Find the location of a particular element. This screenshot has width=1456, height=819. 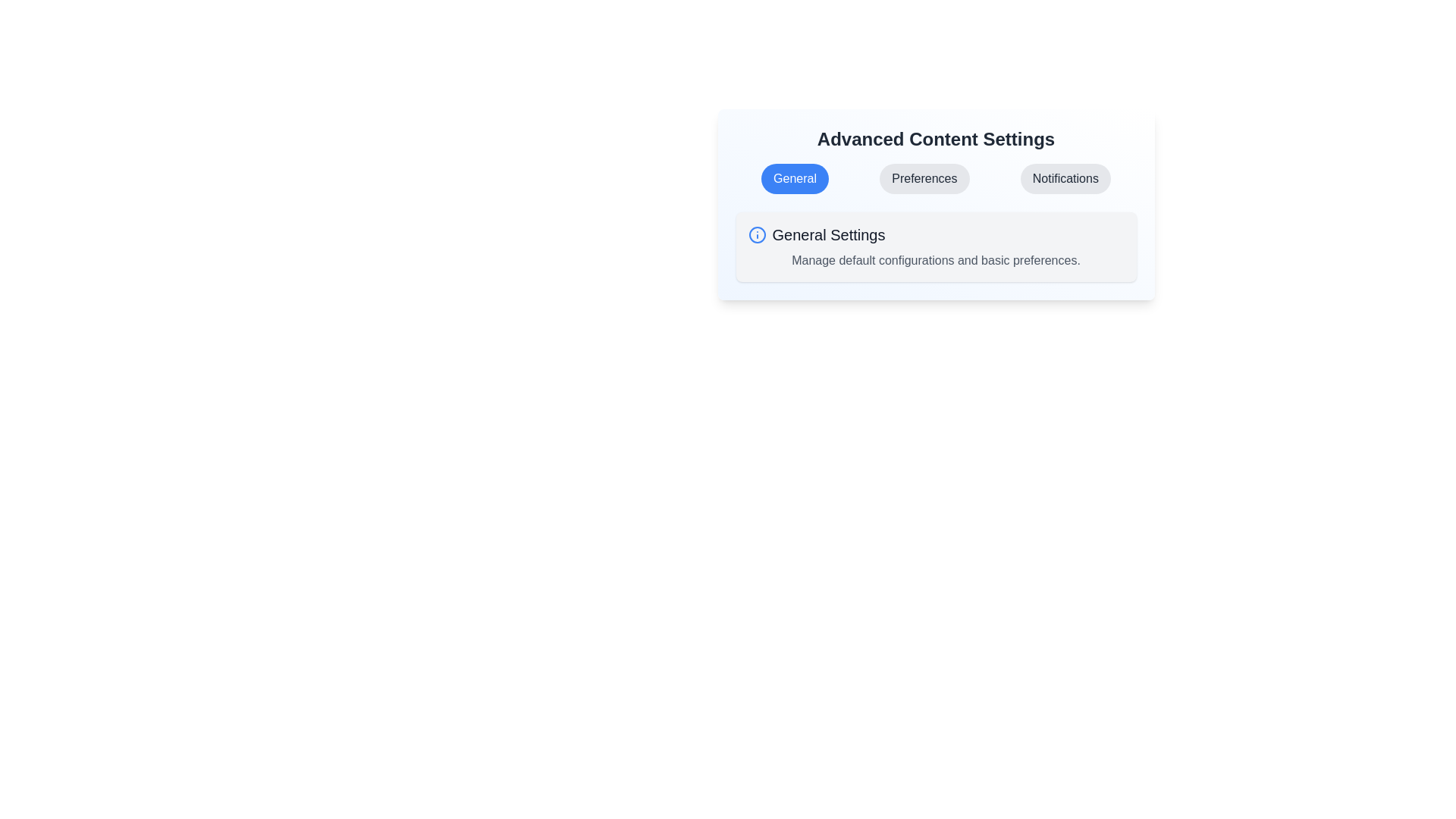

the 'Preferences' button in the horizontal group of selectable buttons below 'Advanced Content Settings' is located at coordinates (935, 177).